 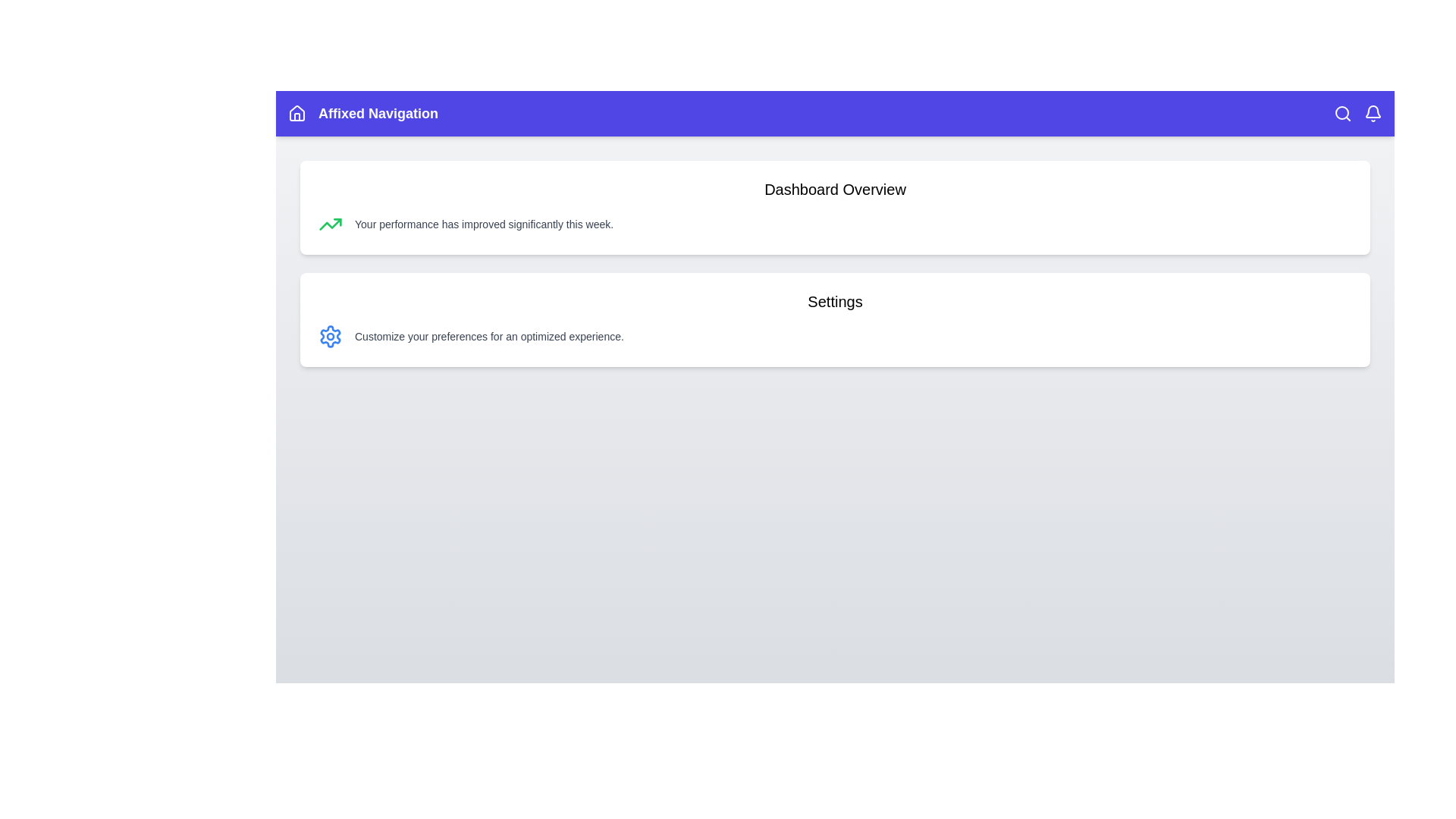 I want to click on the Text Label that provides feedback or a motivating message to users, located to the right of an upward trending green arrow icon in the upper half of the interface, so click(x=483, y=224).